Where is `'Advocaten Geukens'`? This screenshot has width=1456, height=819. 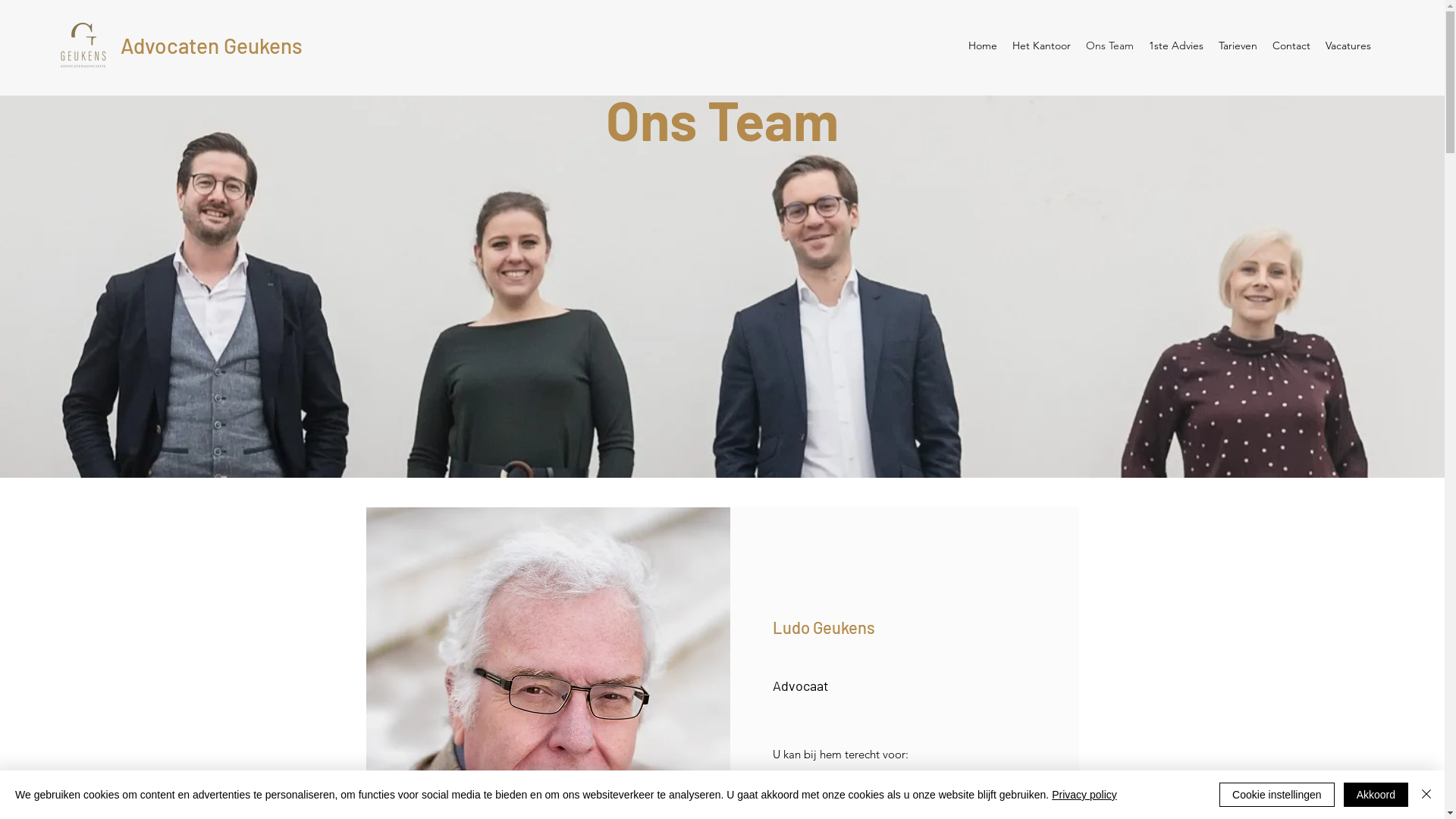 'Advocaten Geukens' is located at coordinates (210, 45).